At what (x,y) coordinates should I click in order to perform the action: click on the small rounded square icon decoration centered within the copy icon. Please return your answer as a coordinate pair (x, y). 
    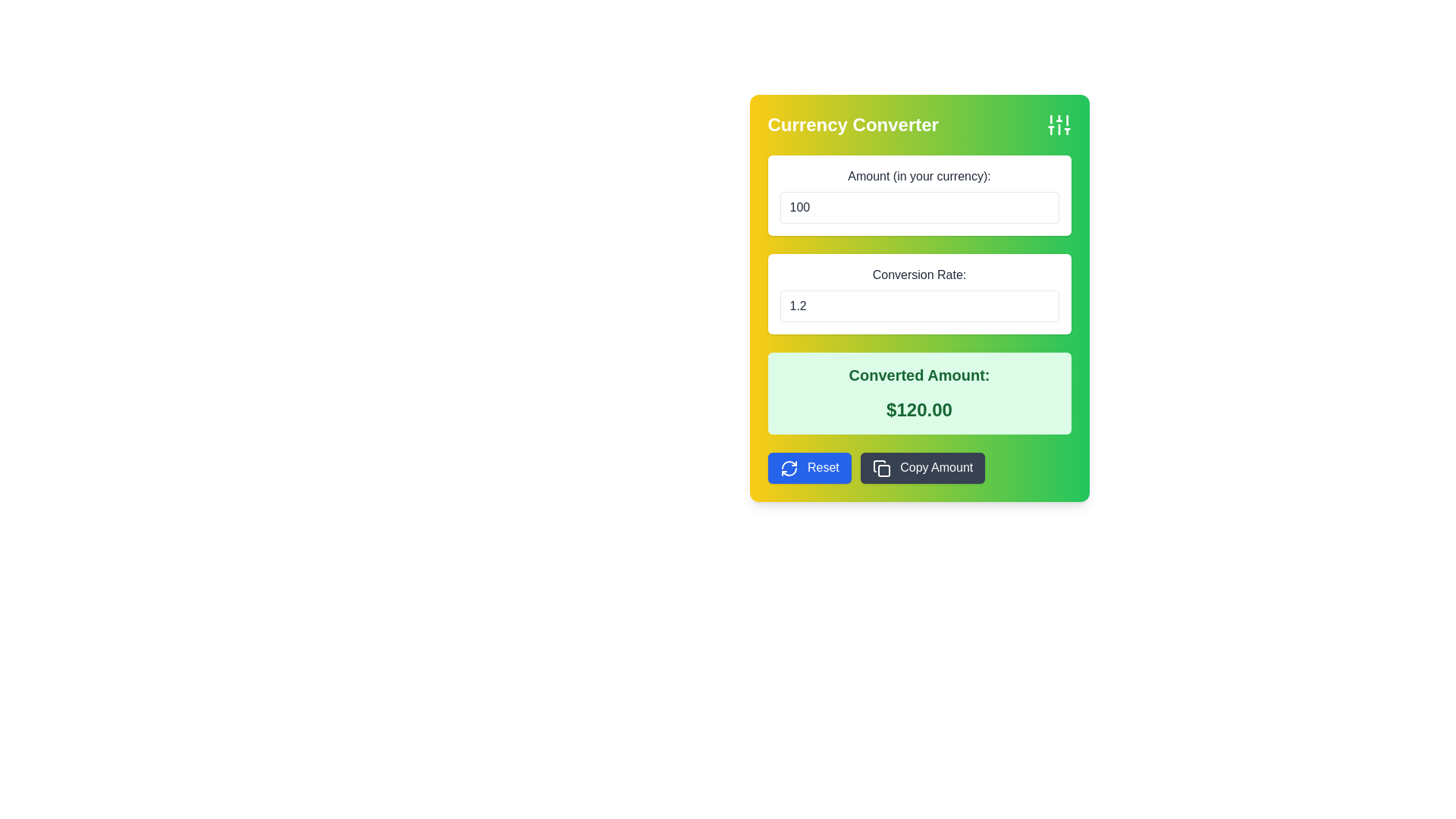
    Looking at the image, I should click on (883, 469).